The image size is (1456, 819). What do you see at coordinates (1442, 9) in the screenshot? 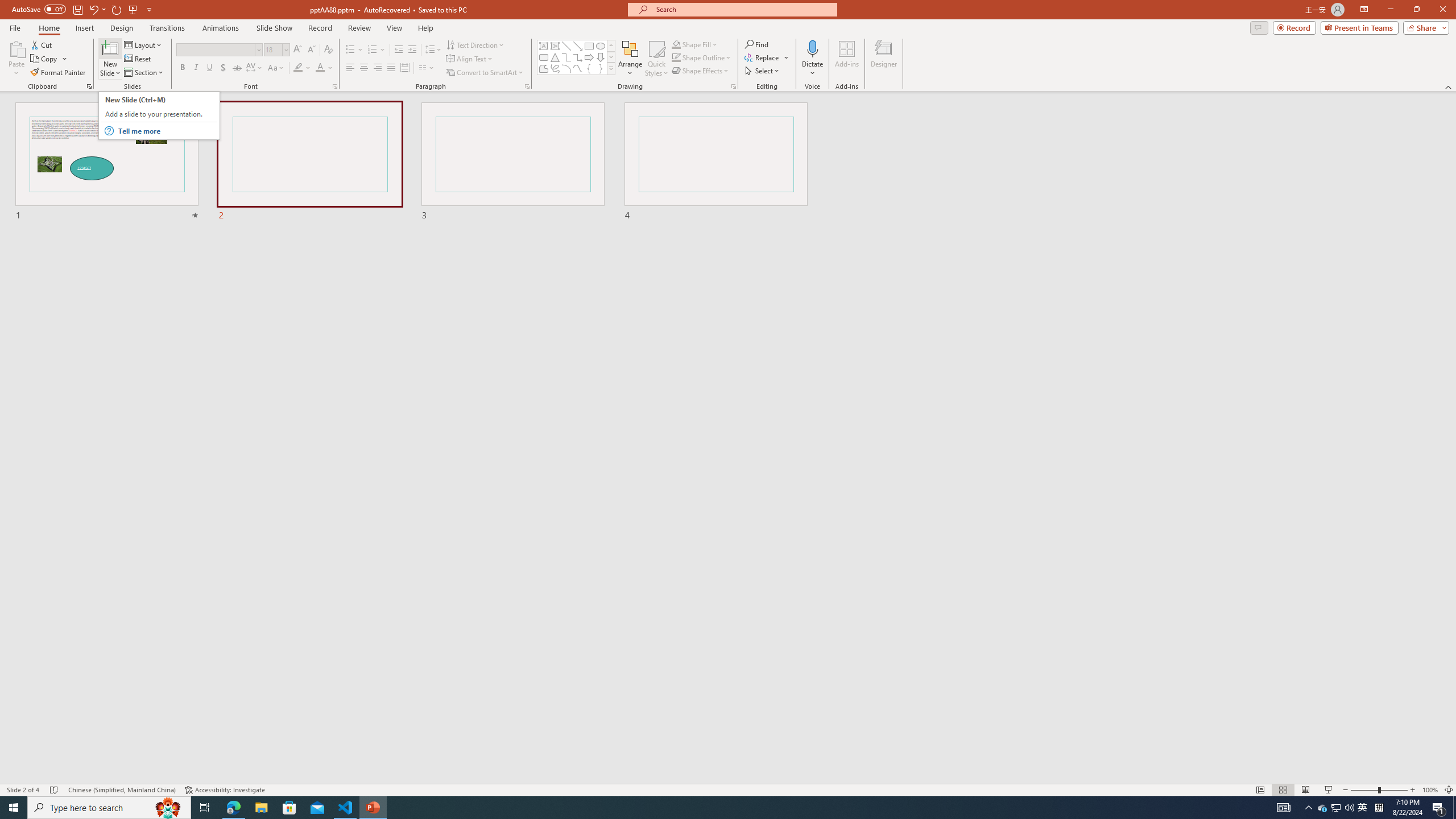
I see `'Close'` at bounding box center [1442, 9].